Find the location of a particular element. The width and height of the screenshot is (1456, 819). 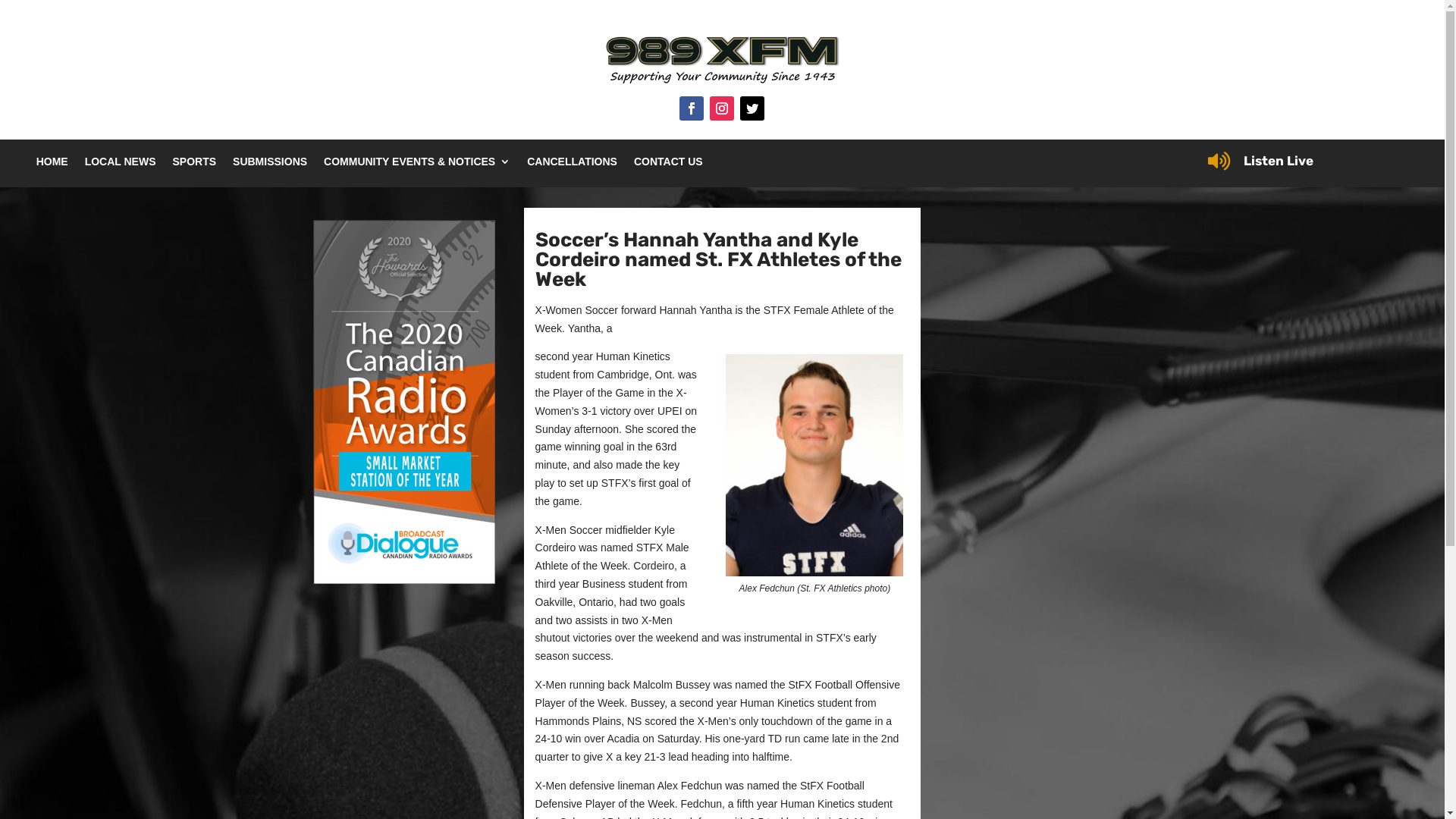

'Follow on Instagram' is located at coordinates (720, 107).